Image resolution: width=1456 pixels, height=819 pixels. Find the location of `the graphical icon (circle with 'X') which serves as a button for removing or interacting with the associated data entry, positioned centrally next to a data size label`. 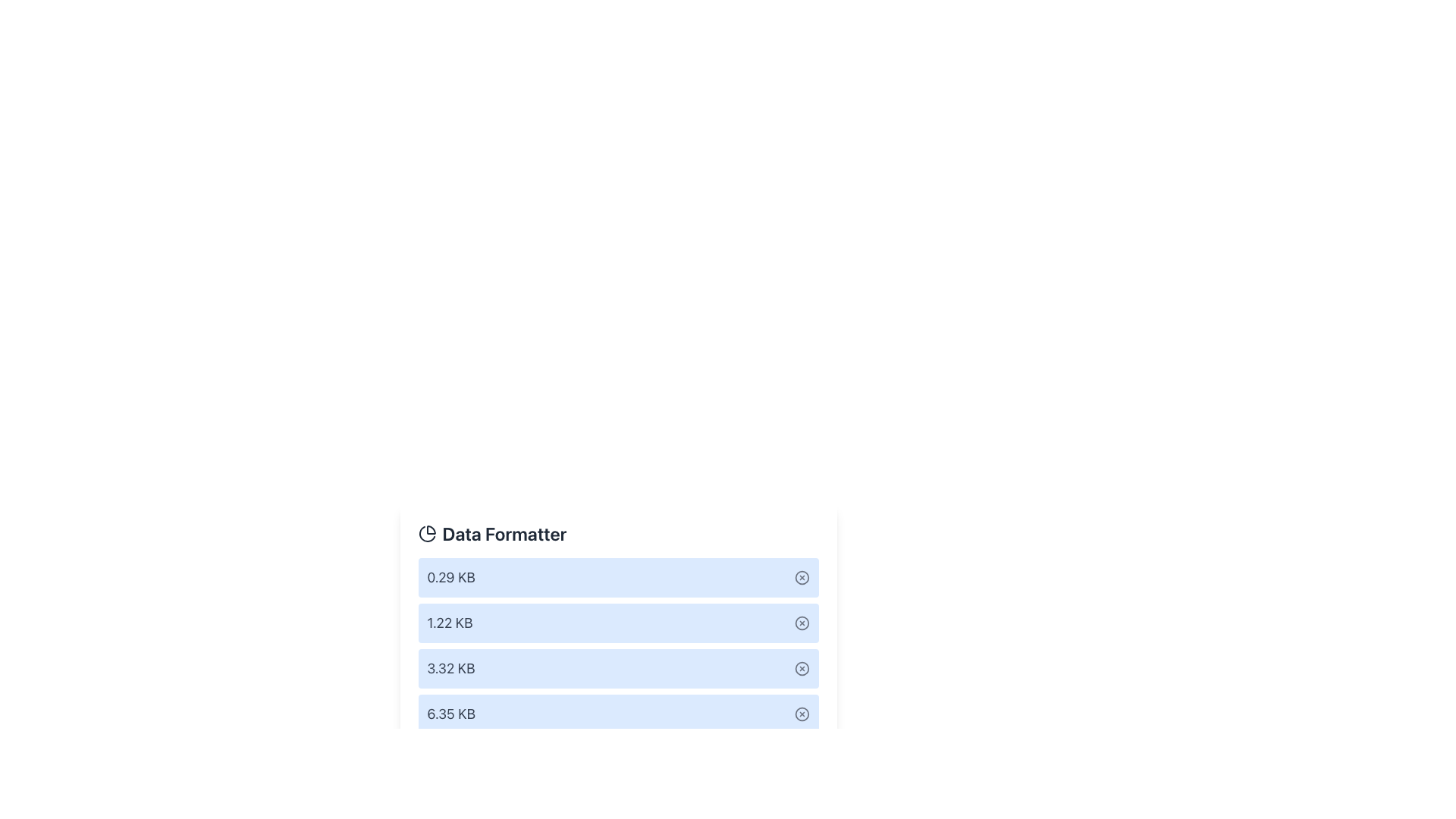

the graphical icon (circle with 'X') which serves as a button for removing or interacting with the associated data entry, positioned centrally next to a data size label is located at coordinates (801, 578).